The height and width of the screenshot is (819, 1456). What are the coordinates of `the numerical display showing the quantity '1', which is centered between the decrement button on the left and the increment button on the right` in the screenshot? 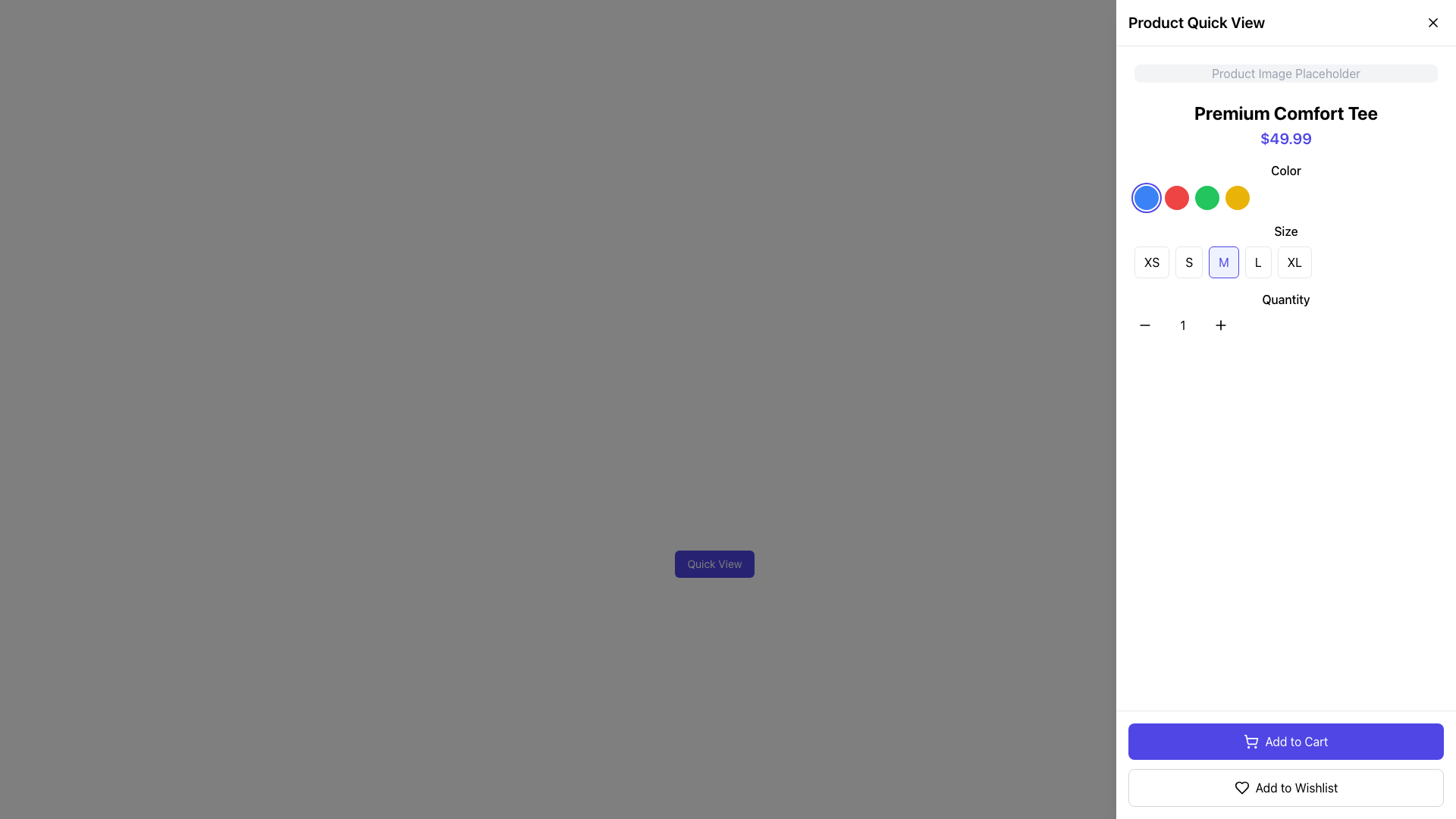 It's located at (1182, 324).